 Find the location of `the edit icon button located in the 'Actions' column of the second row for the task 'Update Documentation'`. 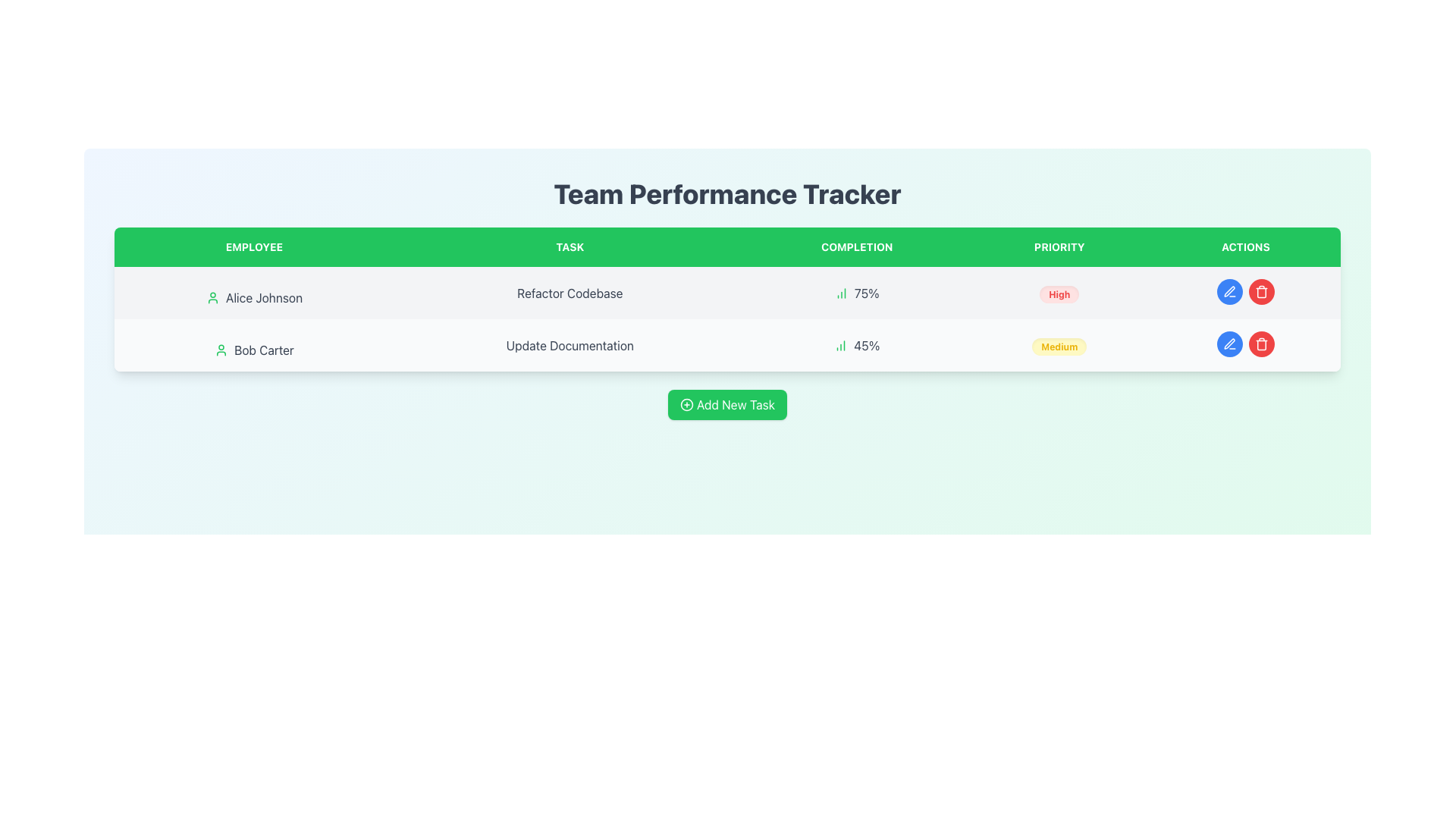

the edit icon button located in the 'Actions' column of the second row for the task 'Update Documentation' is located at coordinates (1229, 344).